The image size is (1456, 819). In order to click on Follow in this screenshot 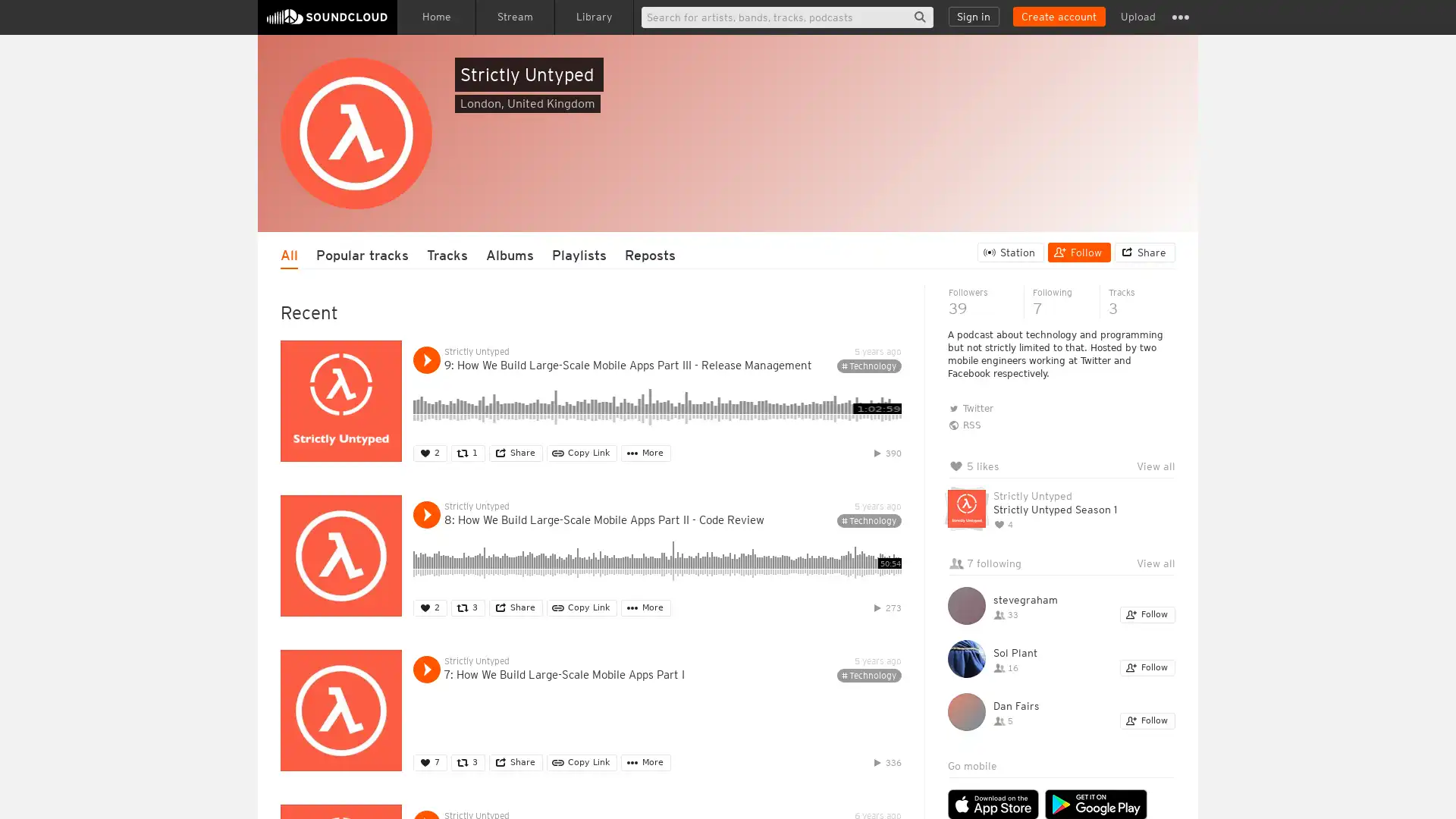, I will do `click(1147, 720)`.